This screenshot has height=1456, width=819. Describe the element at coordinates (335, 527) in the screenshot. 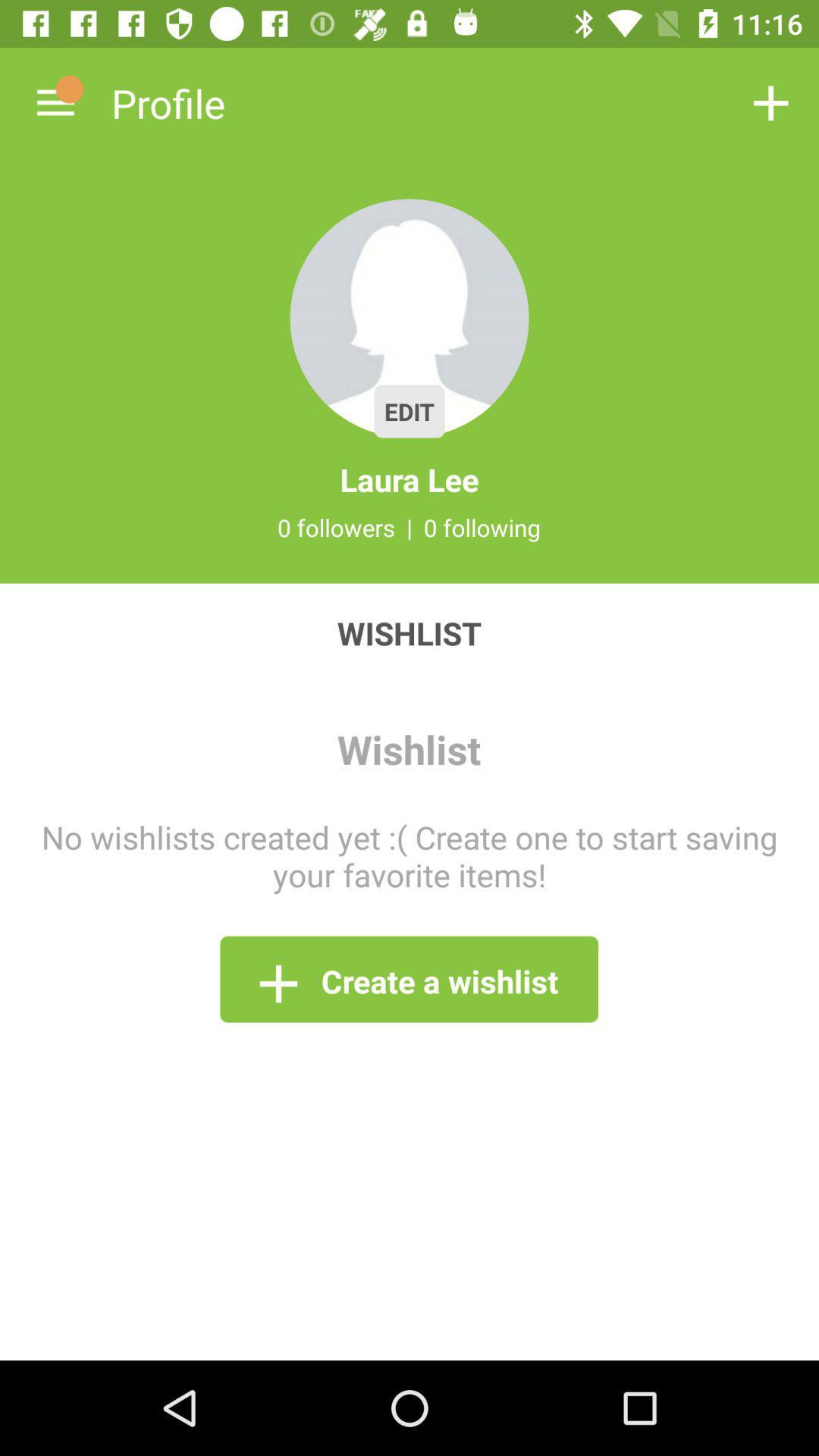

I see `the 0 followers` at that location.